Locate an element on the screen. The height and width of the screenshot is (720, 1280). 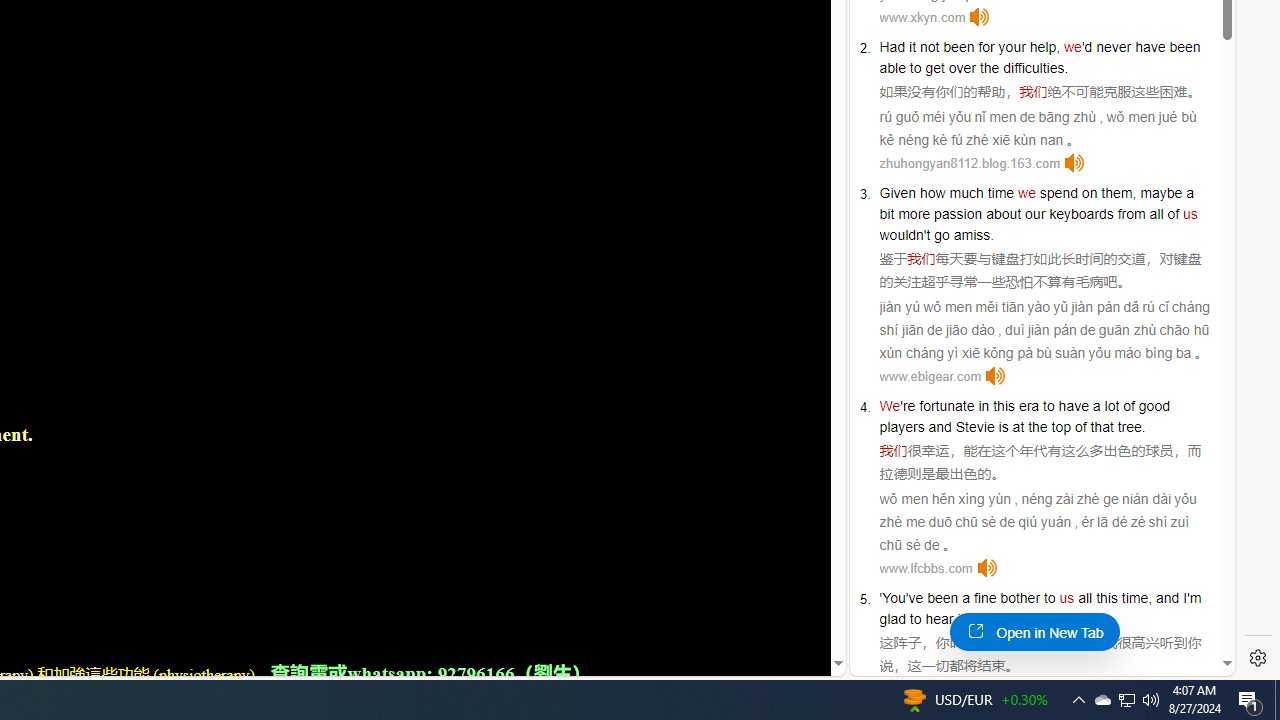
'www.xkyn.com' is located at coordinates (921, 17).